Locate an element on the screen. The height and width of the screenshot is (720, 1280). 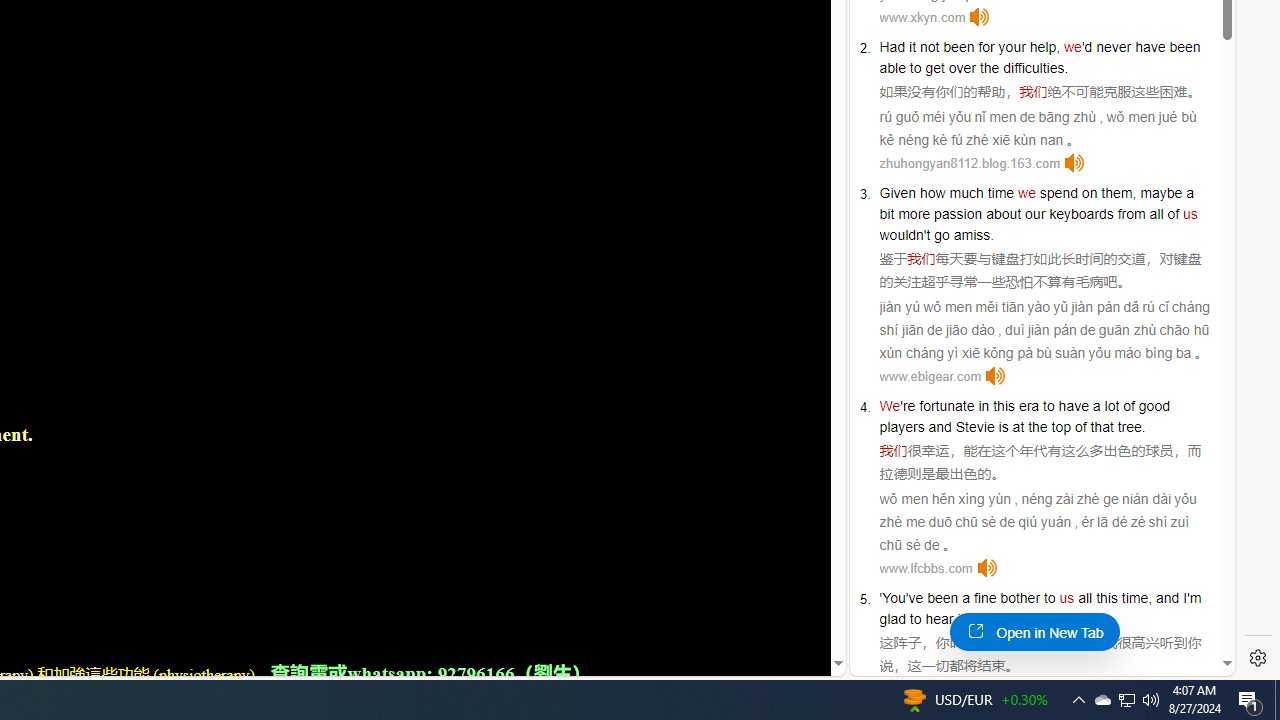
'www.xkyn.com' is located at coordinates (921, 17).